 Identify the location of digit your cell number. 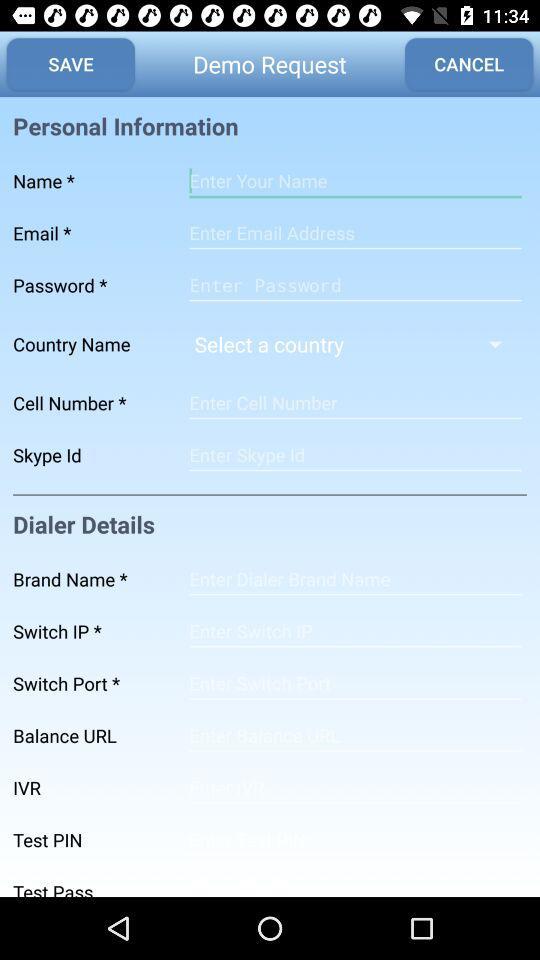
(354, 402).